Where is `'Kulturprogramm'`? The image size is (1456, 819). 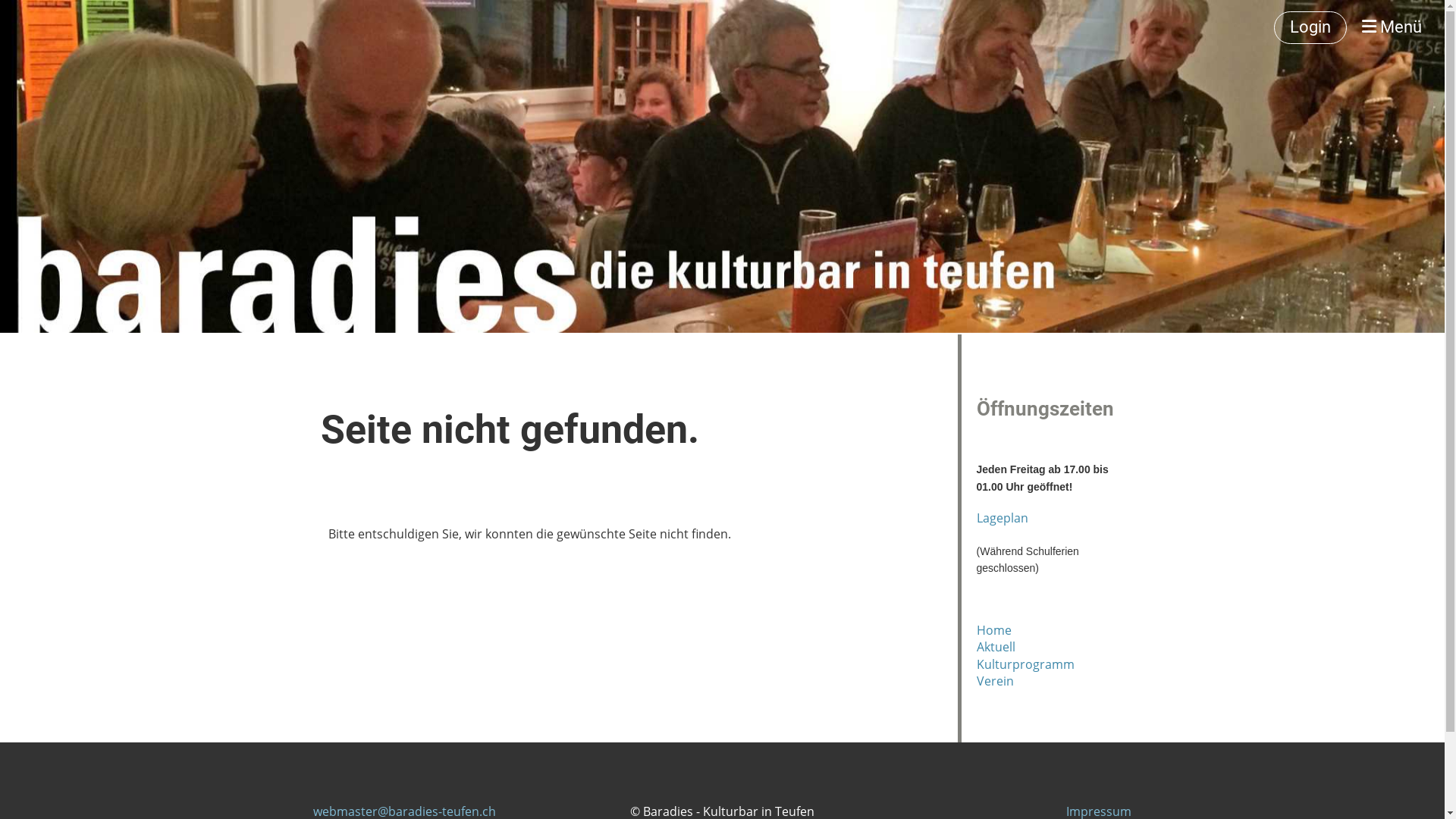 'Kulturprogramm' is located at coordinates (976, 663).